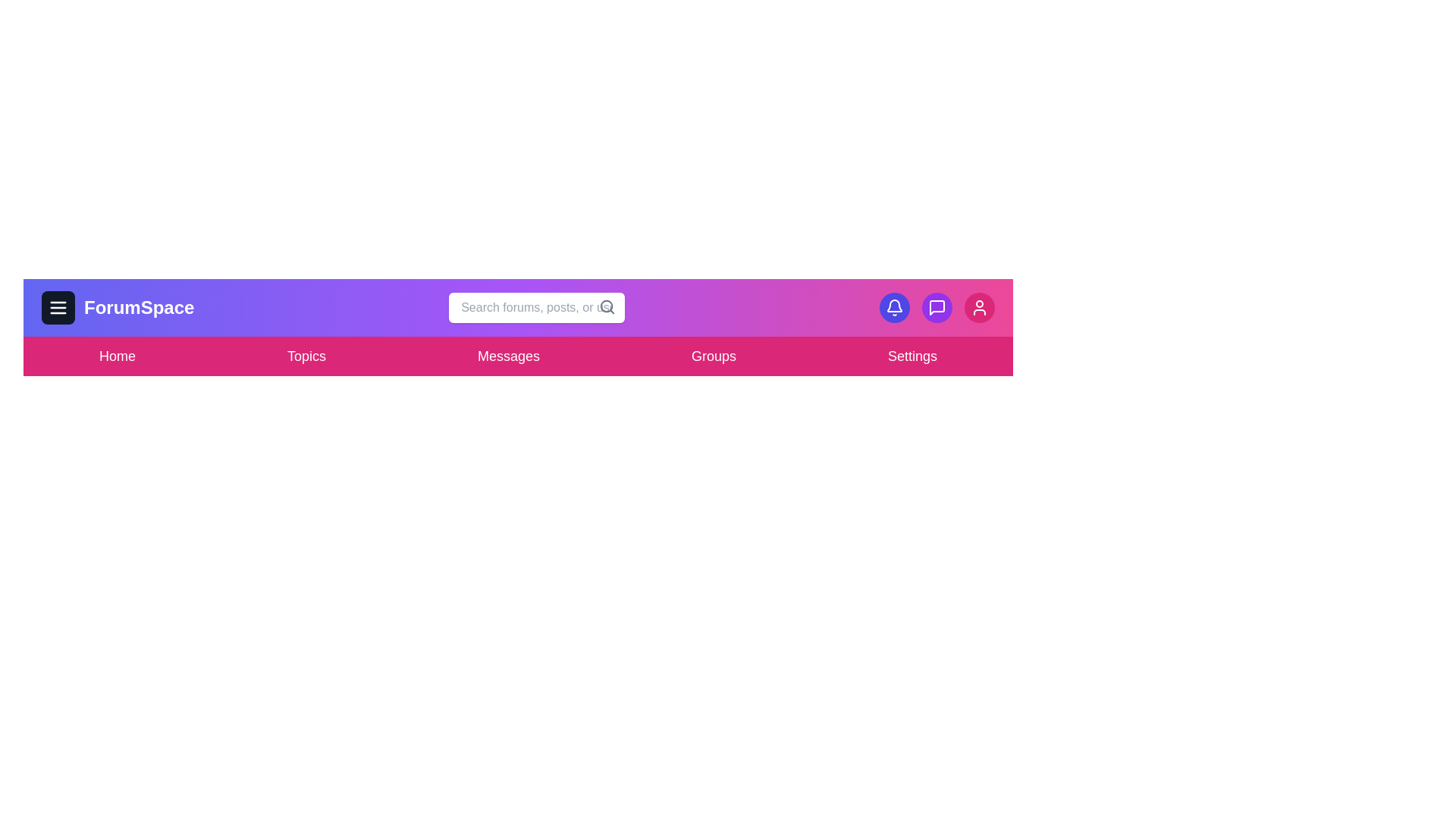 Image resolution: width=1456 pixels, height=819 pixels. I want to click on the user icon button to view the user profile, so click(979, 307).